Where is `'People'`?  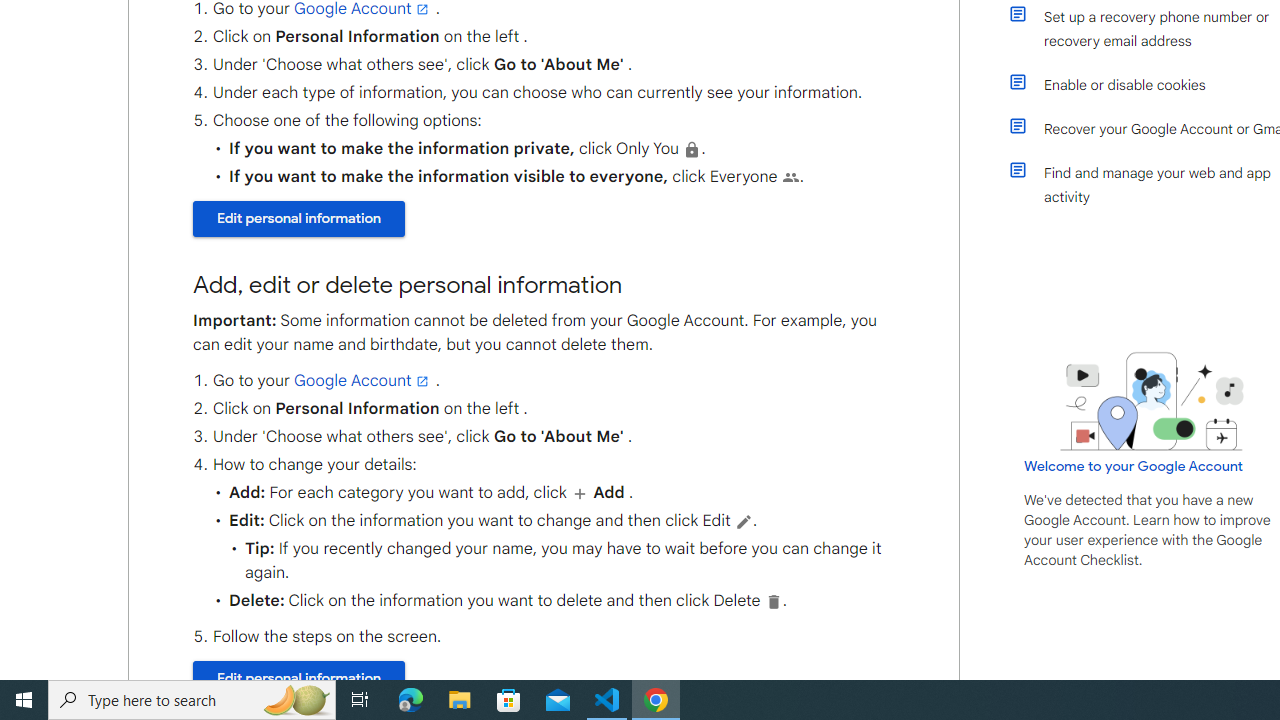 'People' is located at coordinates (789, 176).